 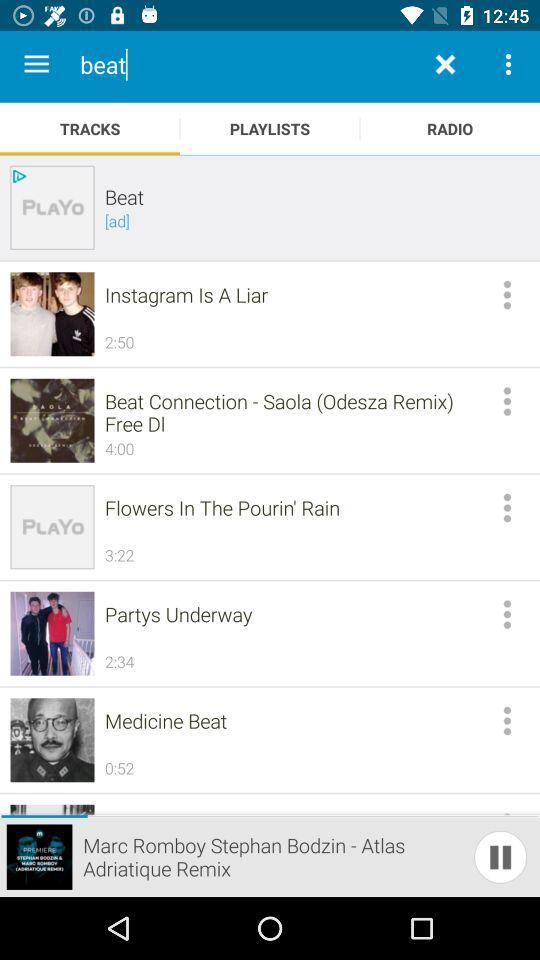 What do you see at coordinates (499, 856) in the screenshot?
I see `the pause icon` at bounding box center [499, 856].